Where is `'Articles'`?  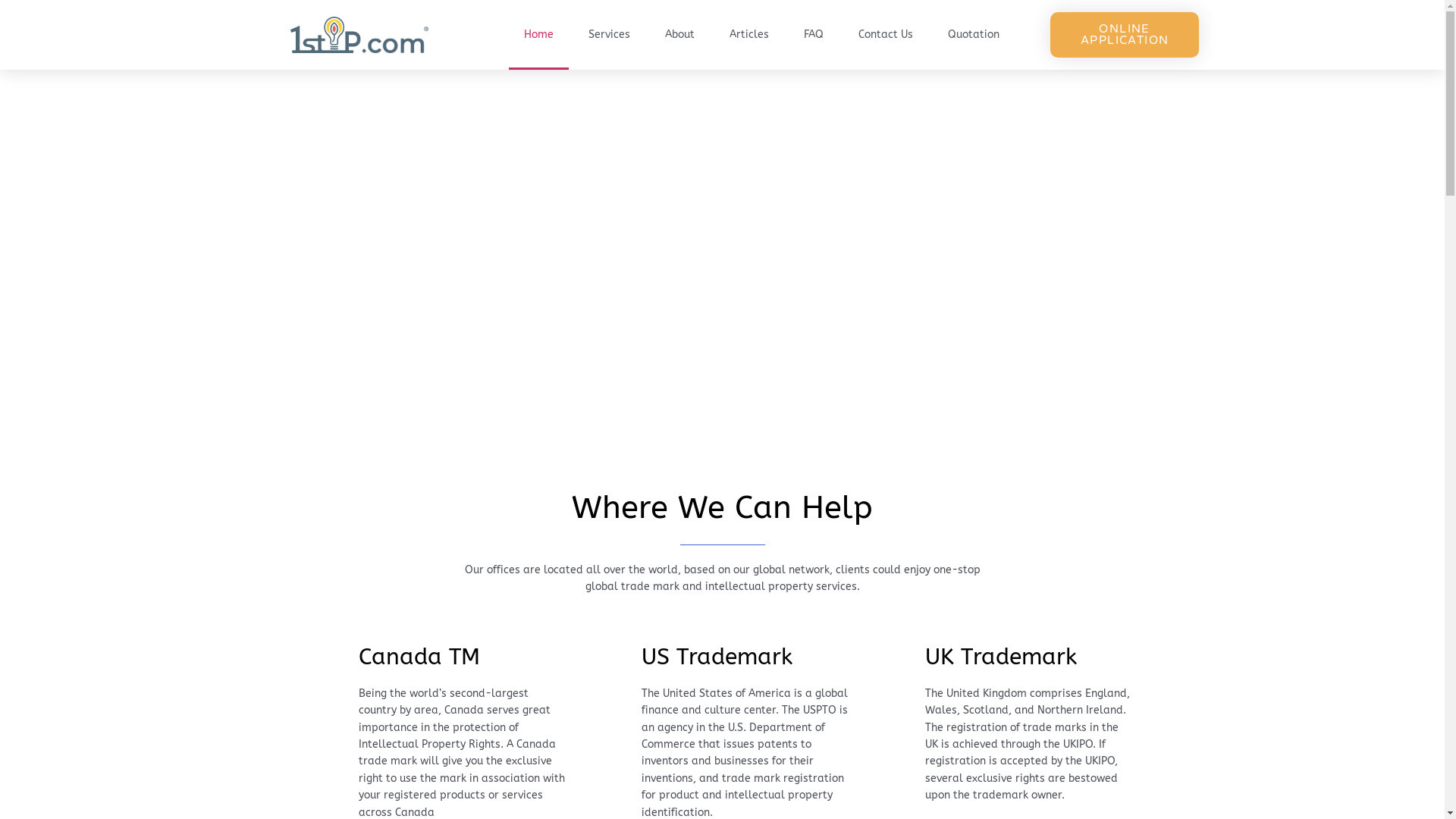
'Articles' is located at coordinates (749, 34).